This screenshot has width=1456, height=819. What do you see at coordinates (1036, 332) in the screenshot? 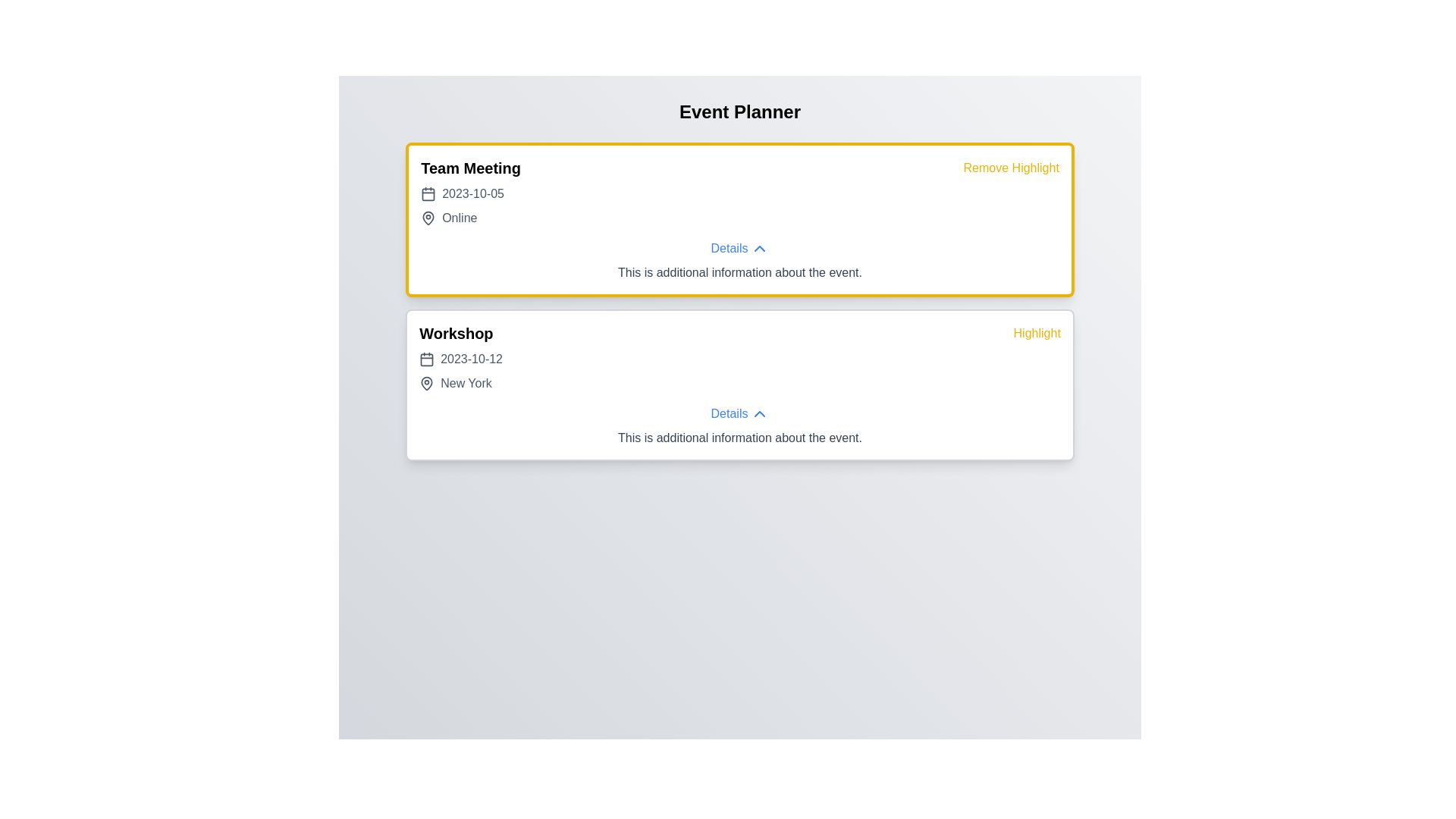
I see `the 'Highlight' interactive text link associated with the 'Workshop' event` at bounding box center [1036, 332].